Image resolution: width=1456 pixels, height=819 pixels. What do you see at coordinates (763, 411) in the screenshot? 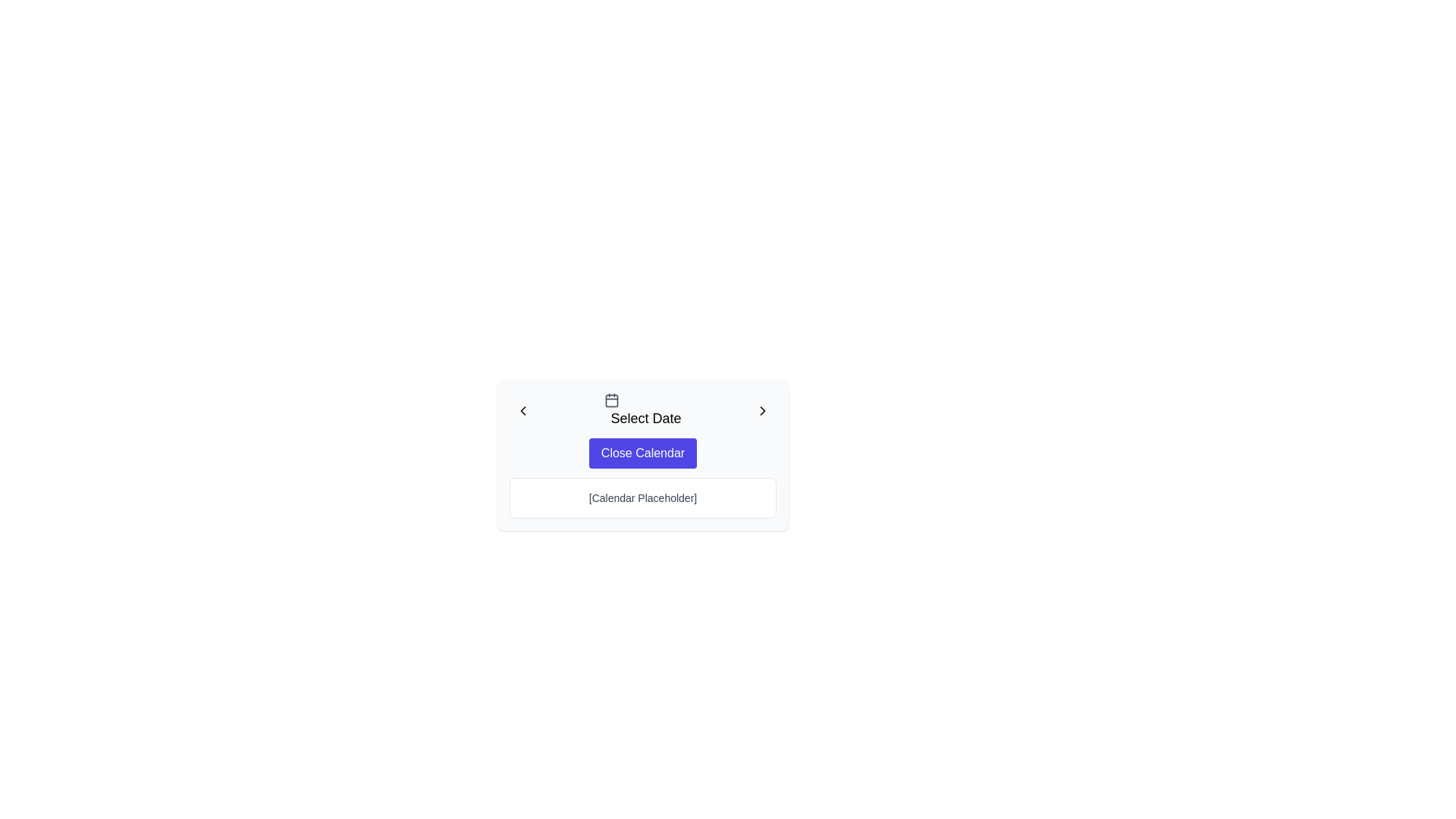
I see `the button located to the right of the 'Select Date' text in the header bar` at bounding box center [763, 411].